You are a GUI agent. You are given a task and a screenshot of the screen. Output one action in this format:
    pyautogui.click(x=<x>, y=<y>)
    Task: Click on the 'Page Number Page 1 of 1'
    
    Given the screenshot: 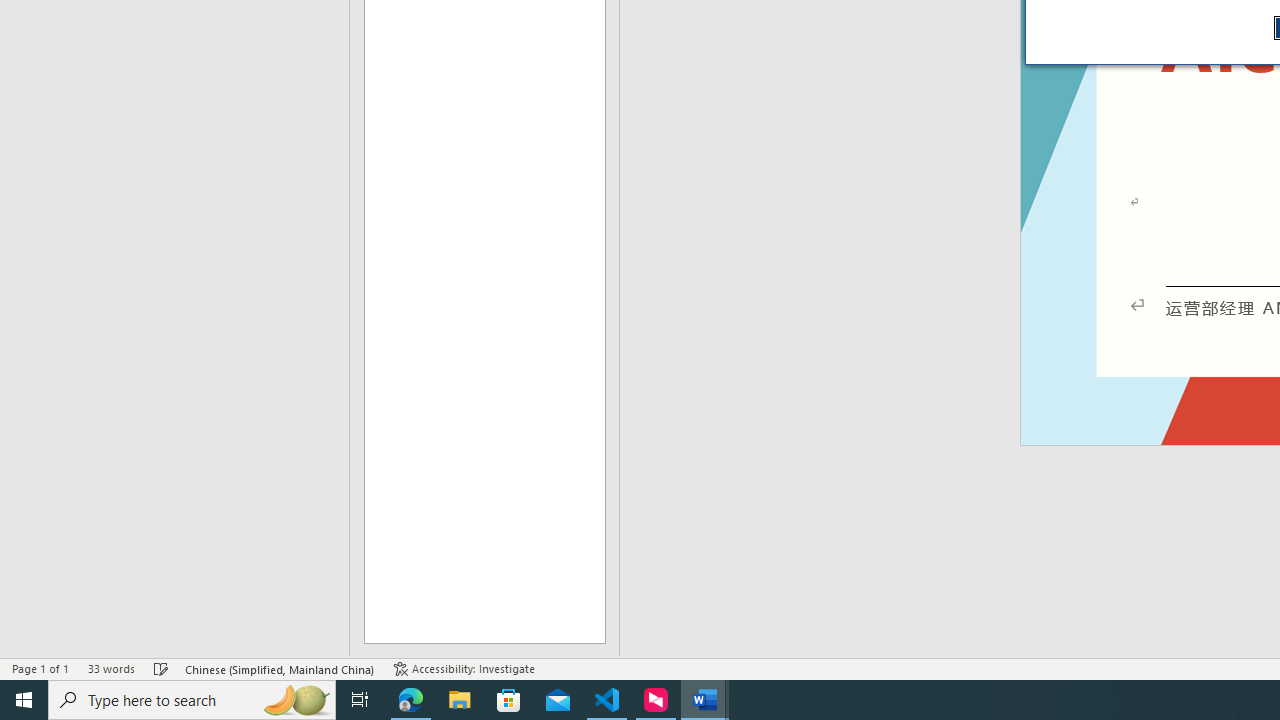 What is the action you would take?
    pyautogui.click(x=40, y=669)
    